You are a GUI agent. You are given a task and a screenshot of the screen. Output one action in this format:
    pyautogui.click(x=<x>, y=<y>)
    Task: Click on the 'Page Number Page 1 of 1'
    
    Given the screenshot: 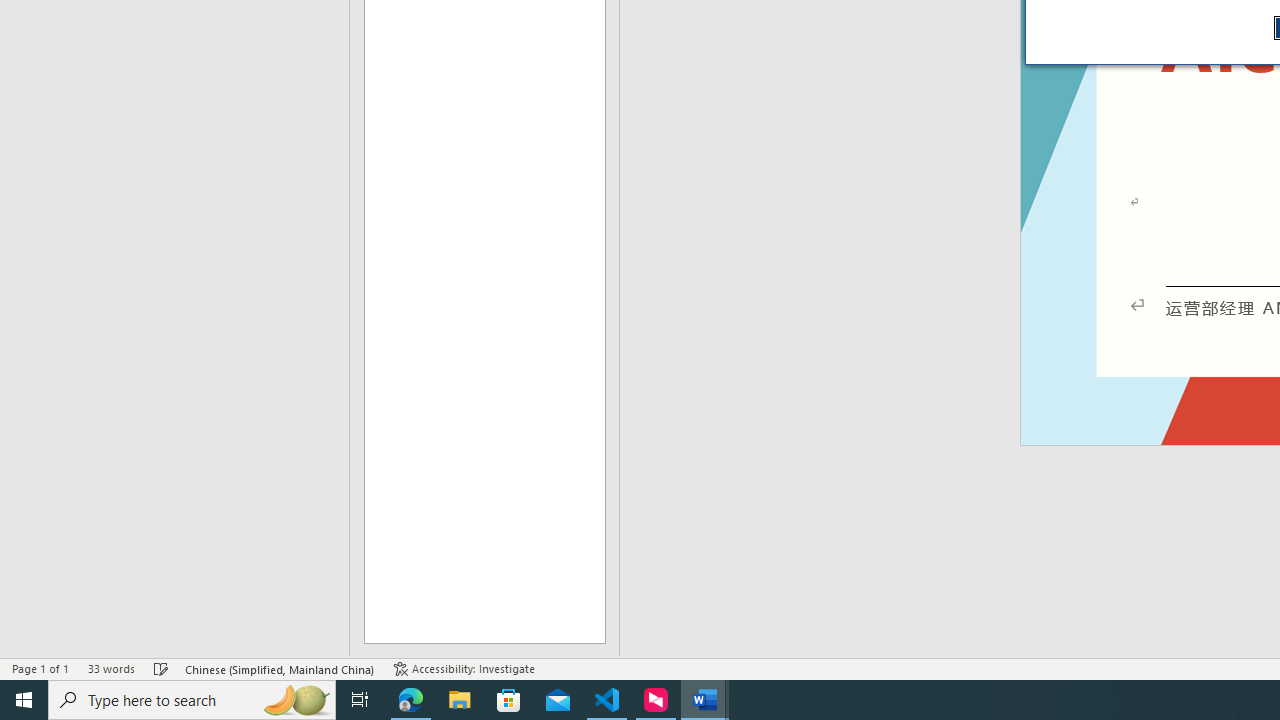 What is the action you would take?
    pyautogui.click(x=40, y=669)
    